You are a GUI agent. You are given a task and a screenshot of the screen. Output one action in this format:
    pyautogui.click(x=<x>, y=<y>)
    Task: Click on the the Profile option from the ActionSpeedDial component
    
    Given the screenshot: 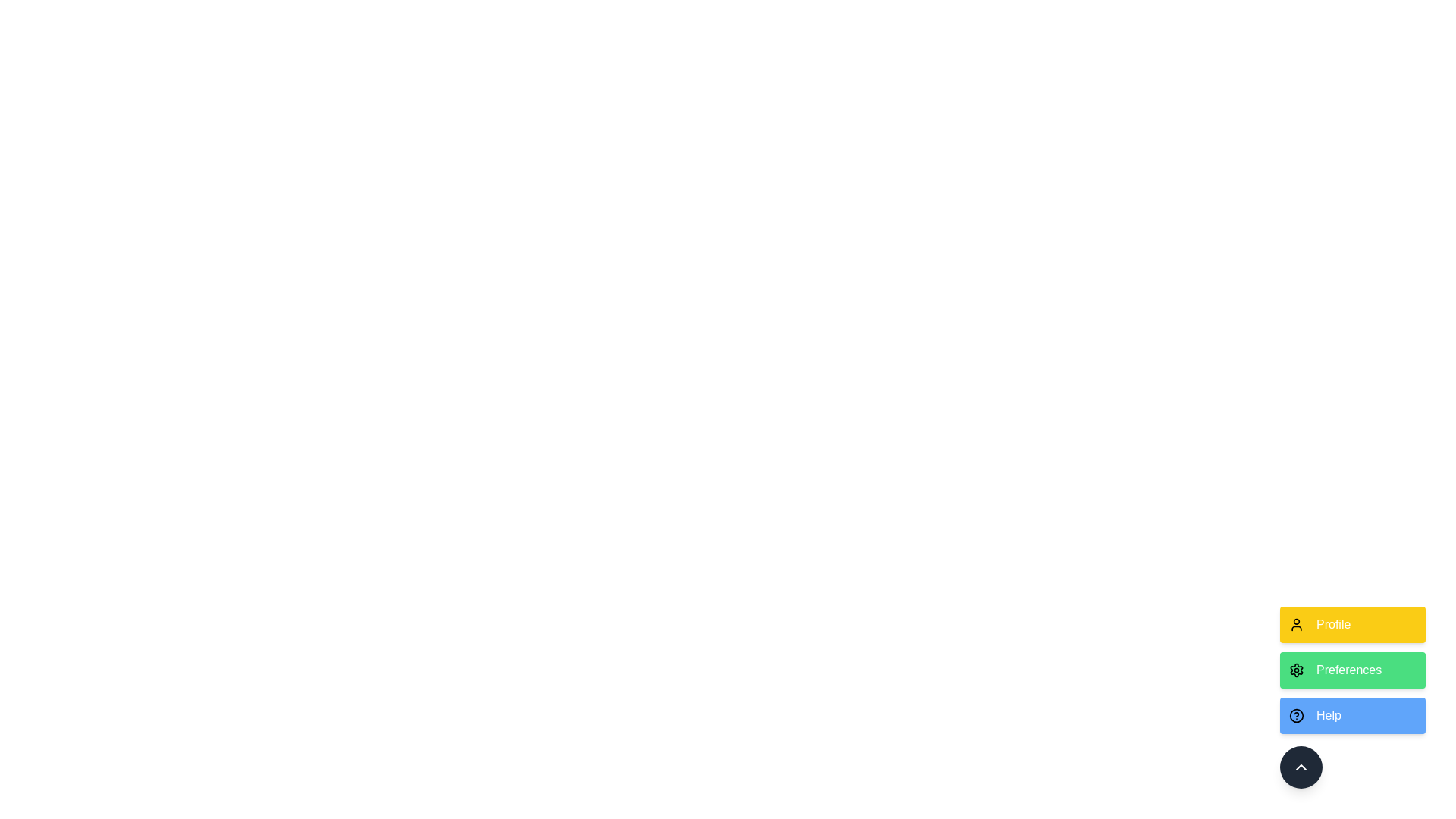 What is the action you would take?
    pyautogui.click(x=1353, y=625)
    